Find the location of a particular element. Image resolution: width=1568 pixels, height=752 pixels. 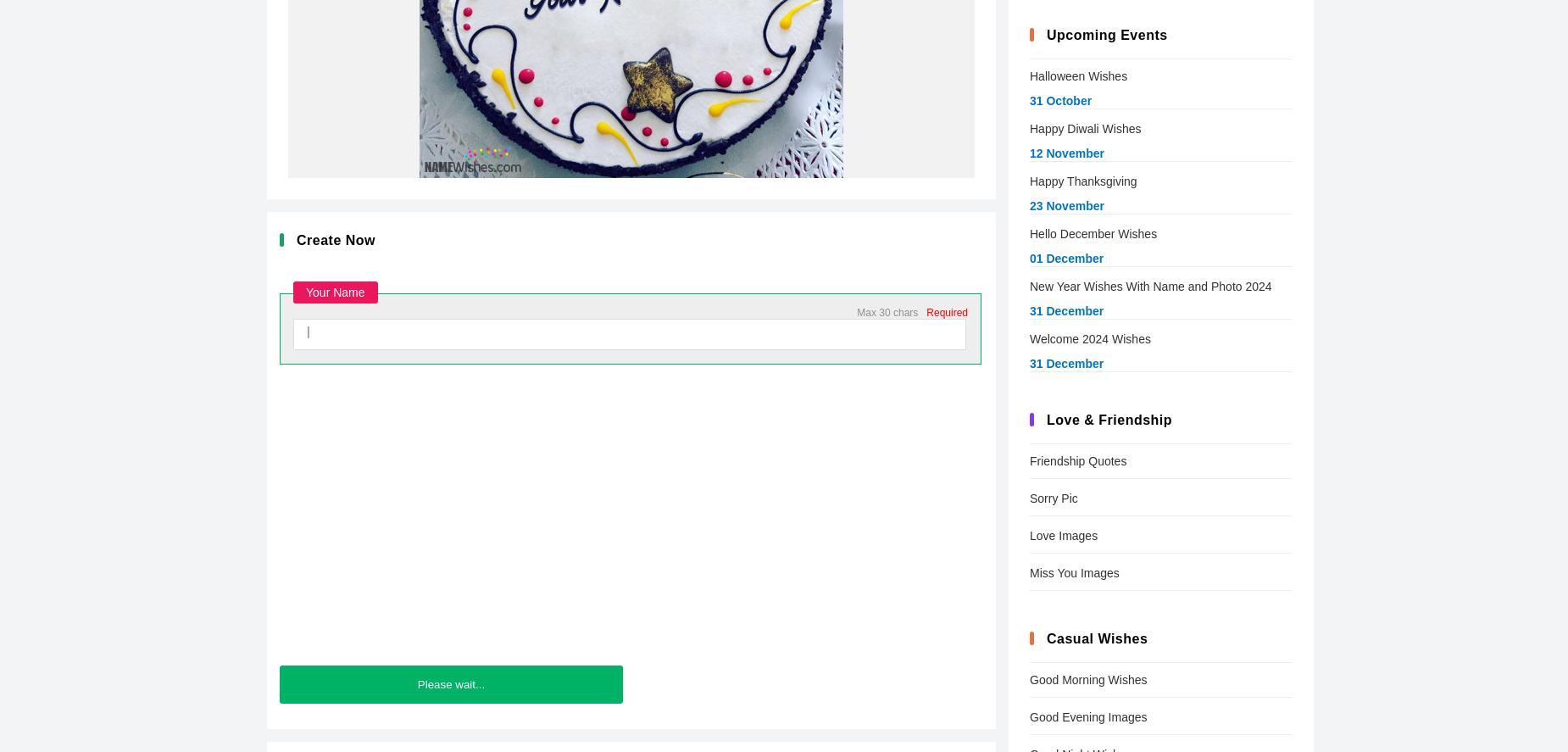

'Friendship Quotes' is located at coordinates (1077, 460).